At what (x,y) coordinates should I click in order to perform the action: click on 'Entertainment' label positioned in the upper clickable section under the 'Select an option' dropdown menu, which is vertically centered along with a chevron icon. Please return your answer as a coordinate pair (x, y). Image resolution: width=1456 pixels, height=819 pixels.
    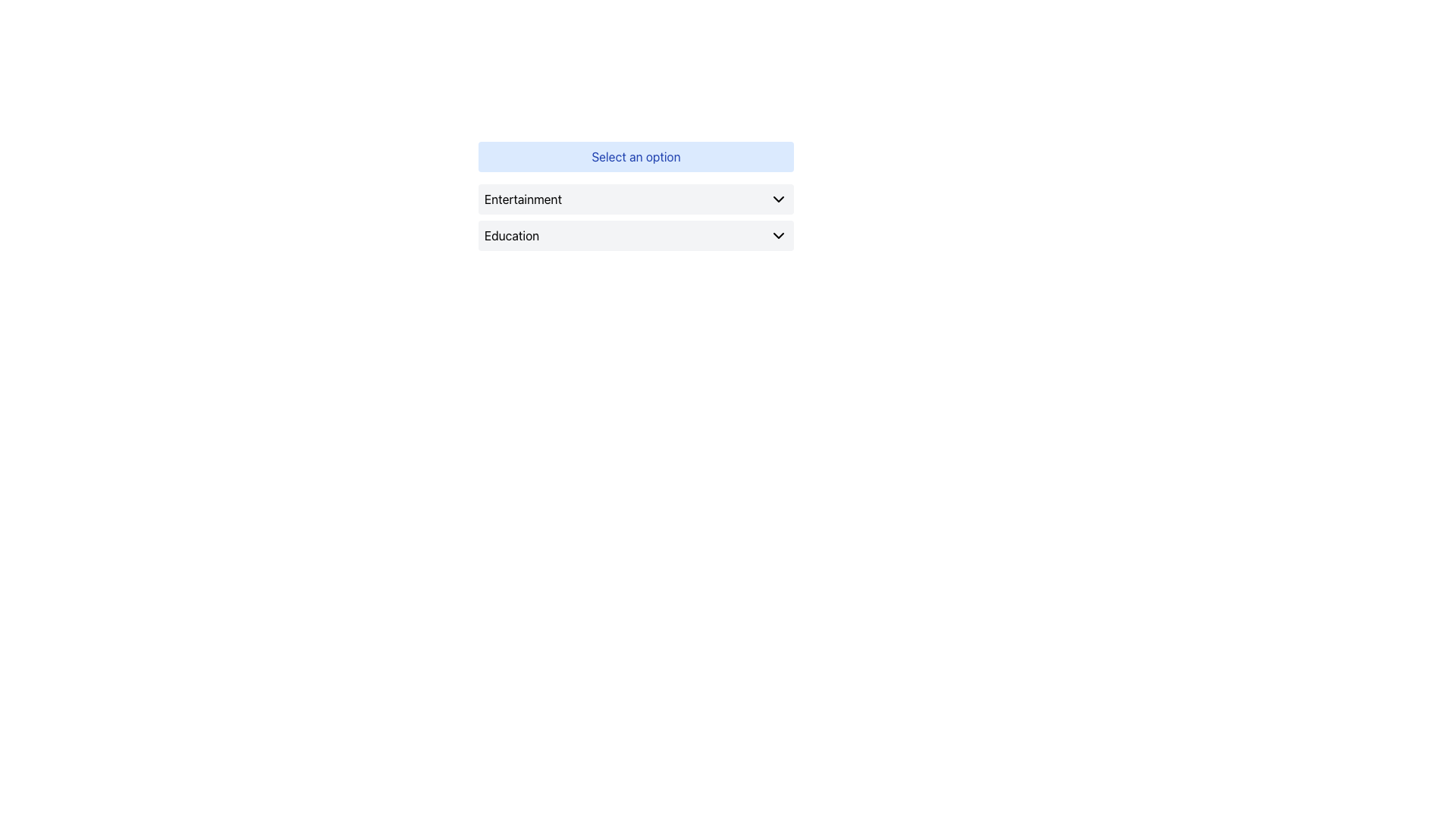
    Looking at the image, I should click on (523, 198).